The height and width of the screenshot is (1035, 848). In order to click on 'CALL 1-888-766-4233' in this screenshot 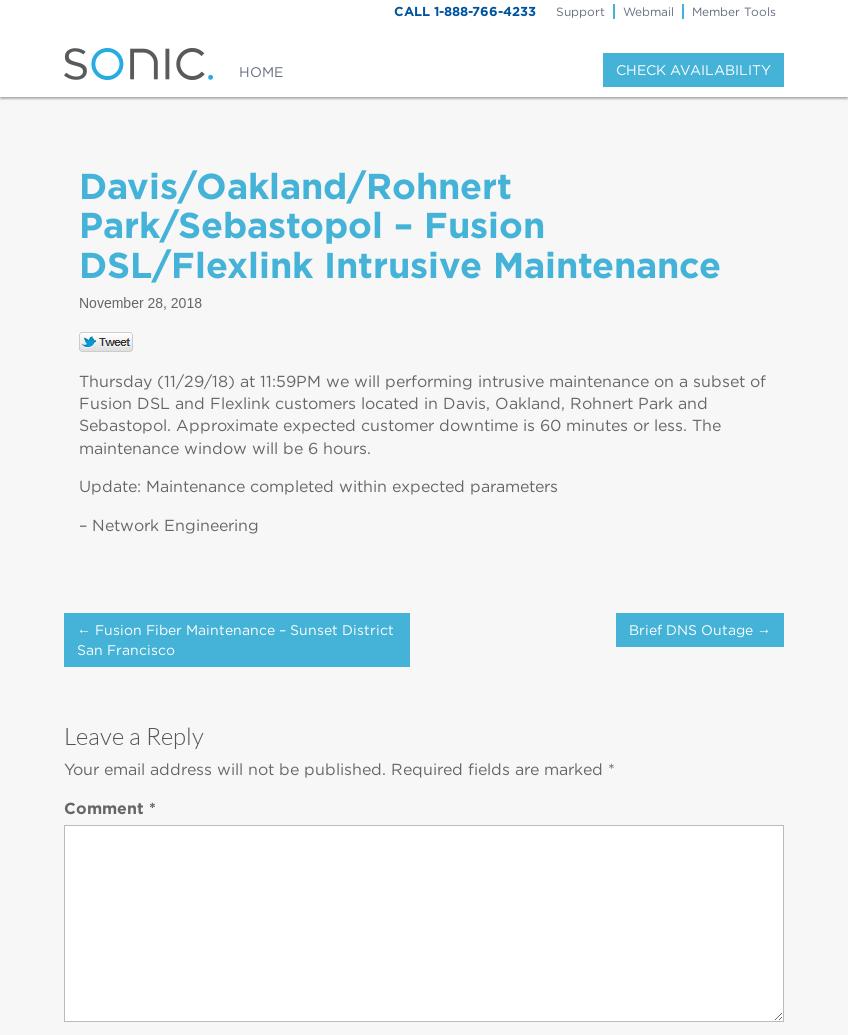, I will do `click(463, 11)`.